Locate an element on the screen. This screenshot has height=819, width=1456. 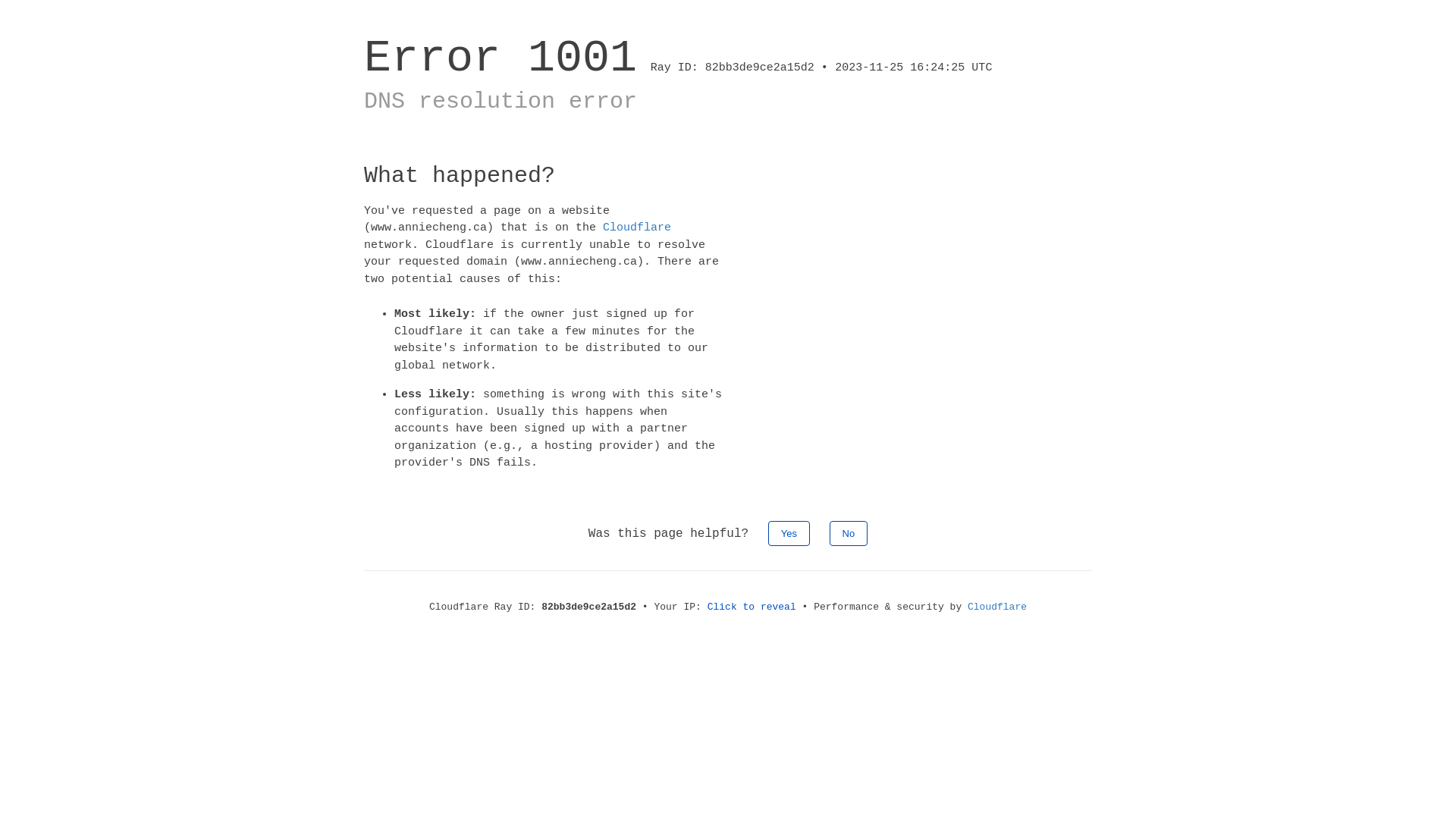
'Cloudflare' is located at coordinates (602, 227).